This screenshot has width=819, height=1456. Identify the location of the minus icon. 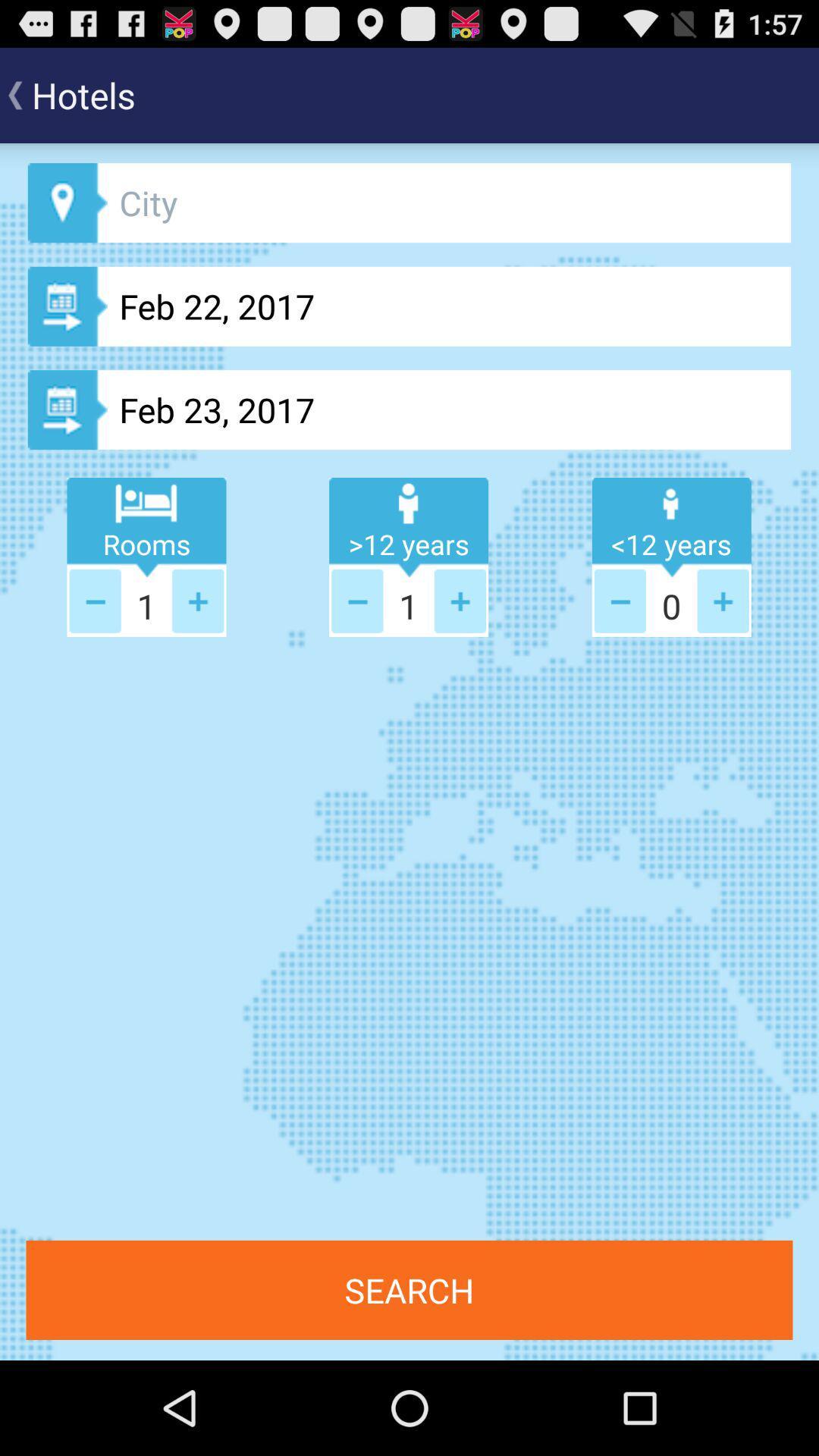
(95, 643).